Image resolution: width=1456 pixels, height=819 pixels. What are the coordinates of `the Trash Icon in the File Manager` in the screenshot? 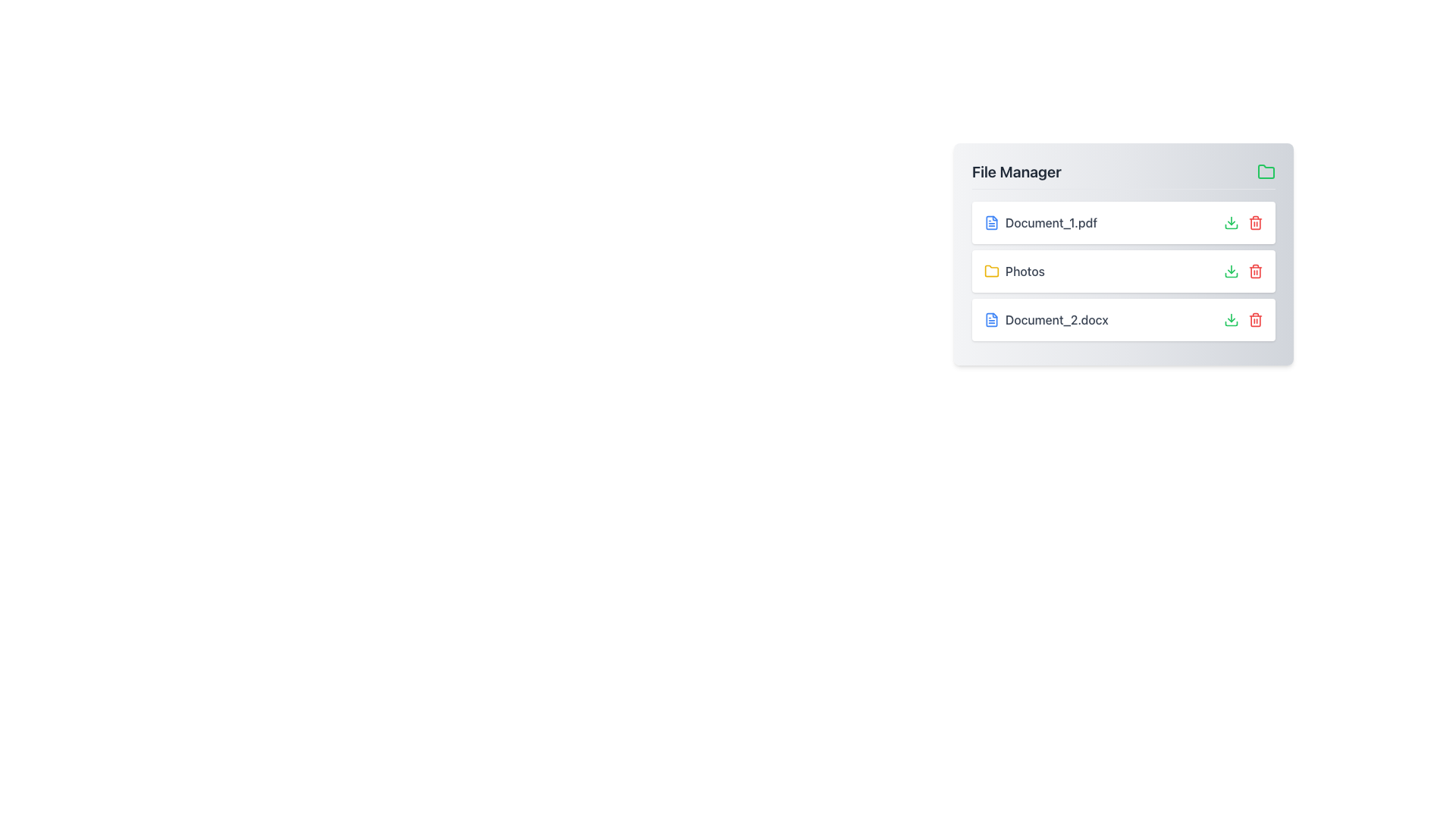 It's located at (1256, 318).